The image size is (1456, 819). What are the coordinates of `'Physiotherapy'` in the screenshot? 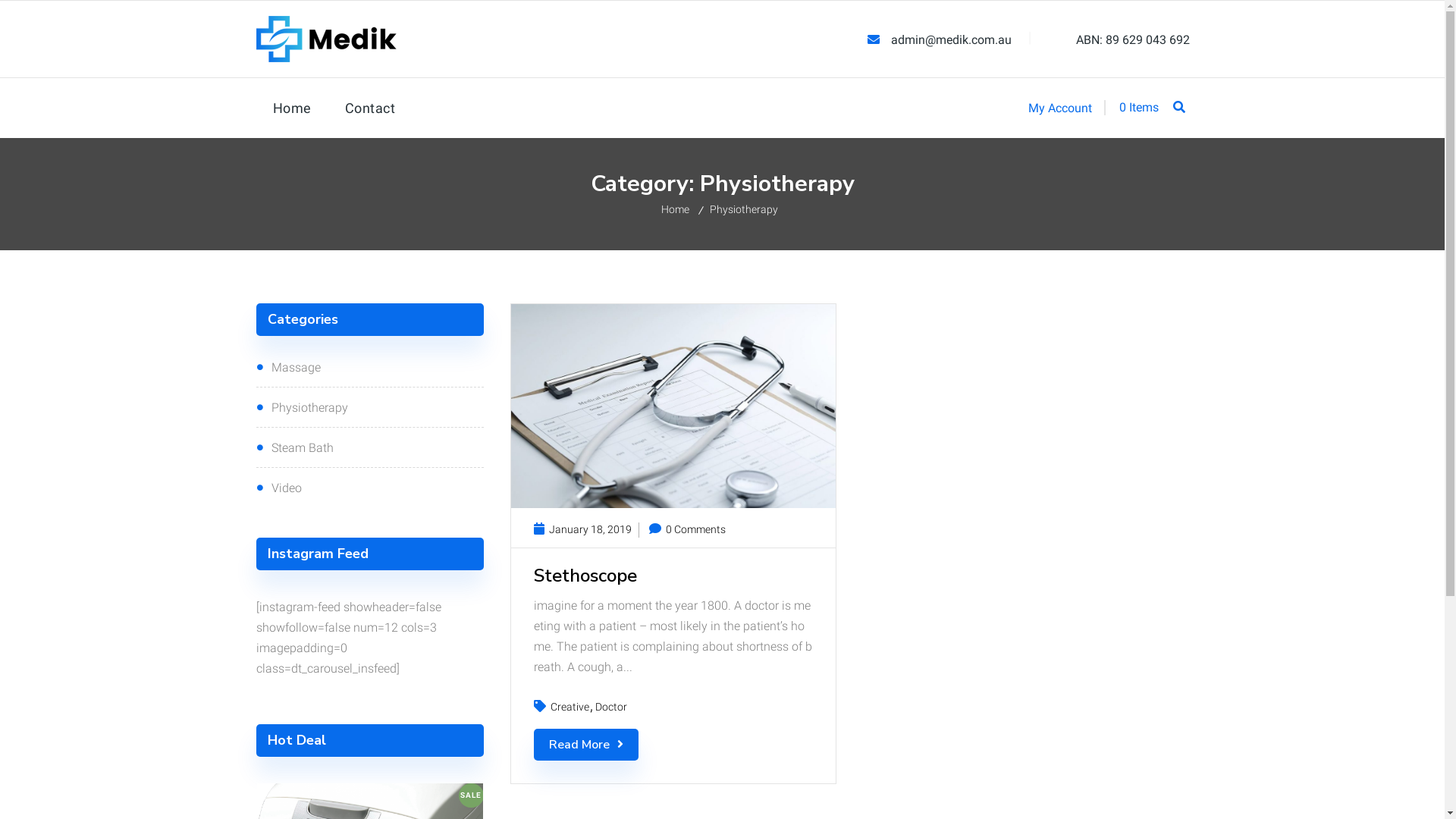 It's located at (370, 406).